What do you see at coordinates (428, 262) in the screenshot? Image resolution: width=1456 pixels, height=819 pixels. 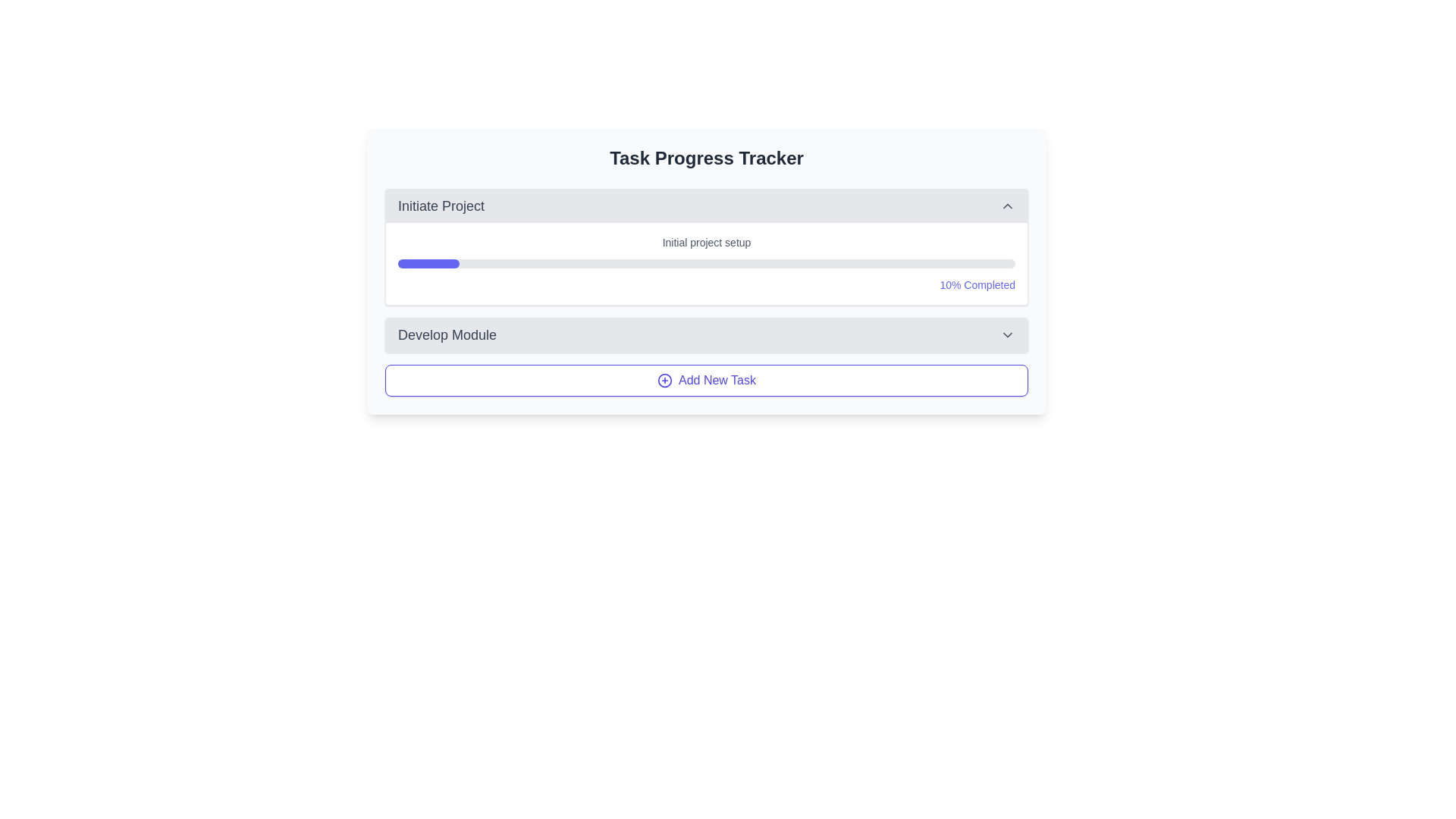 I see `the indigo-colored rectangular progress indicator located under the title 'Initiate Project', which occupies the leftmost 10% of the progress bar` at bounding box center [428, 262].